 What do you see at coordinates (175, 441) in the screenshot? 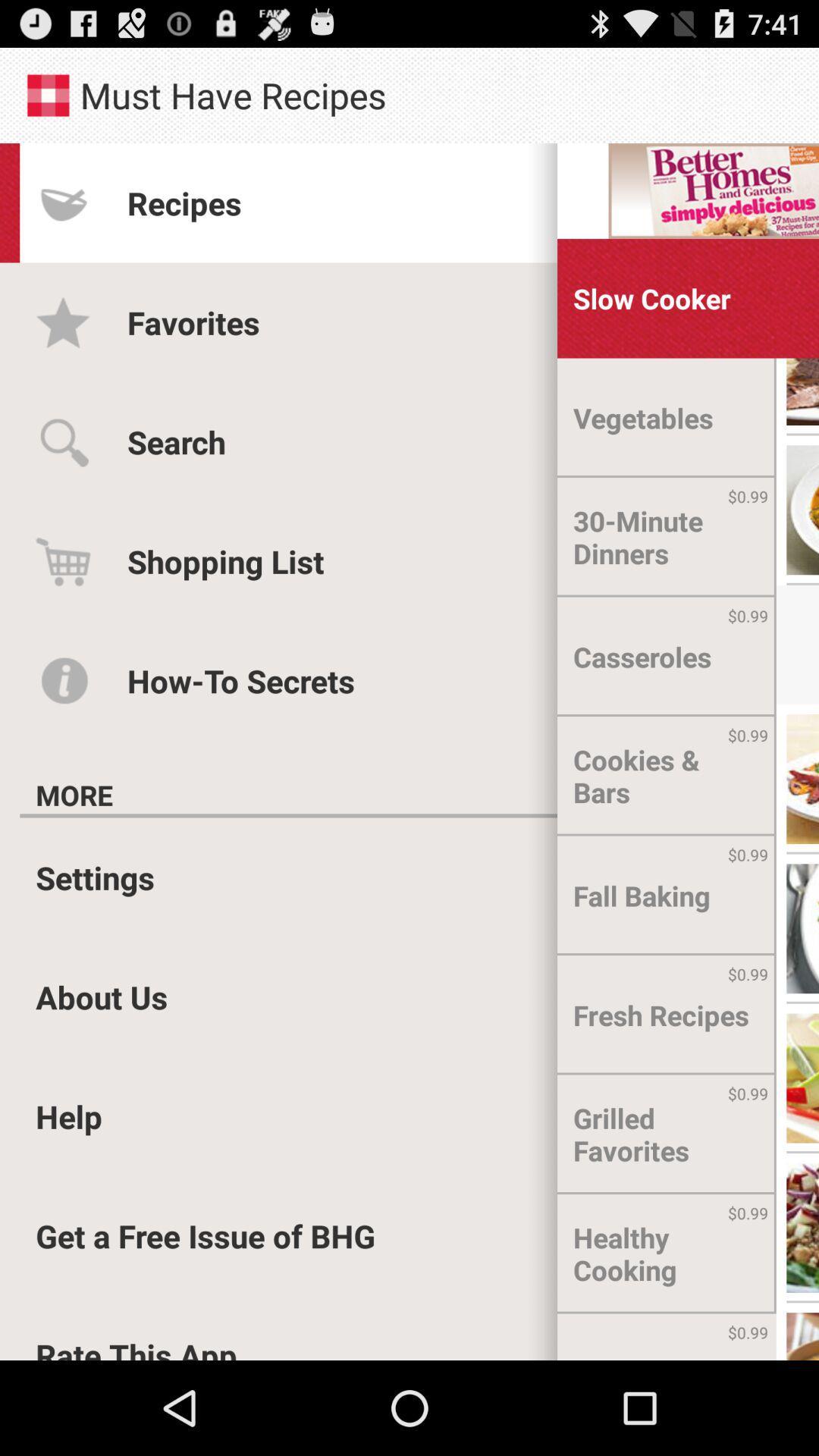
I see `the search item` at bounding box center [175, 441].